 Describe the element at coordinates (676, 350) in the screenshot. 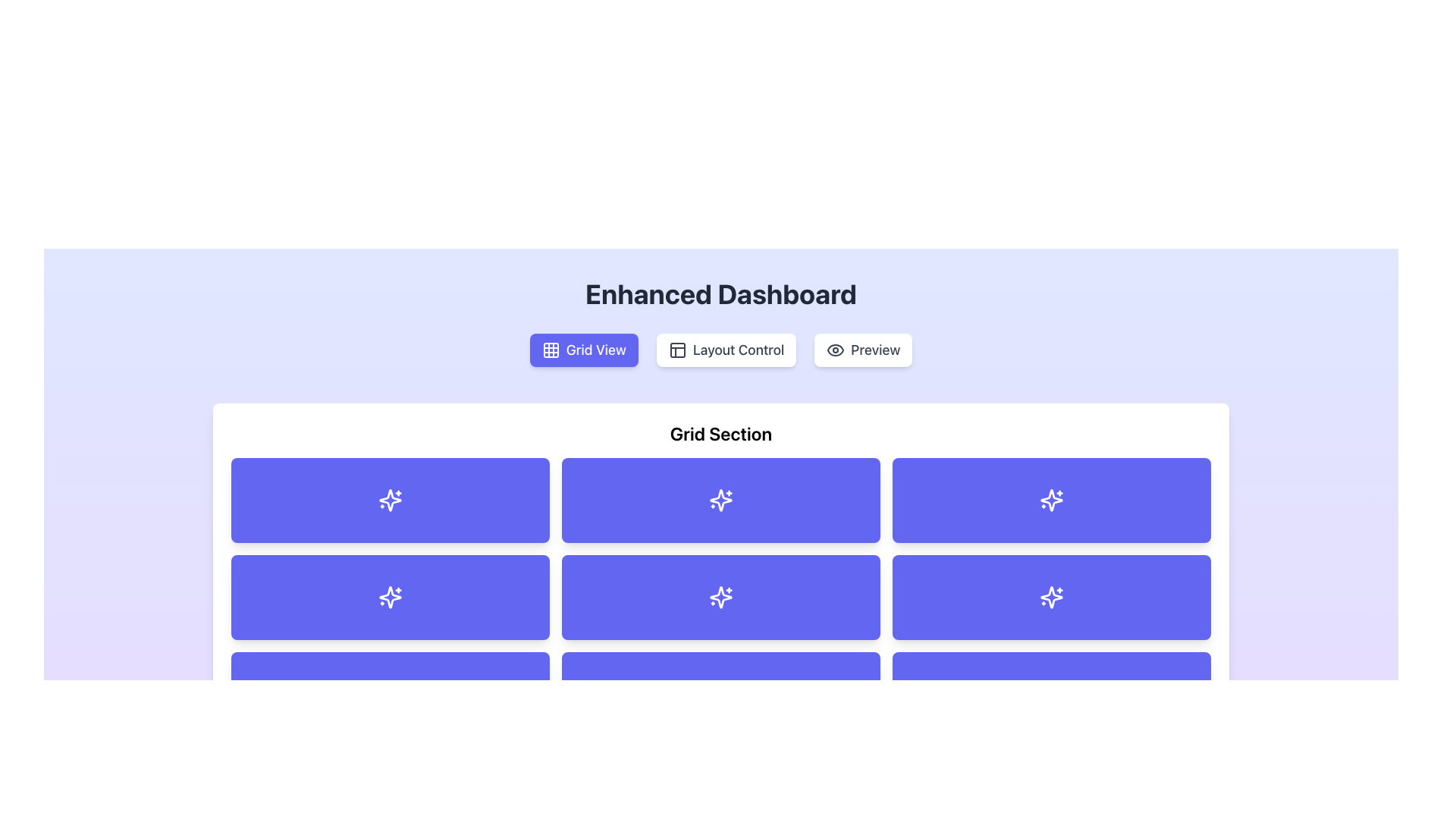

I see `the graphical component of the SVG icon located` at that location.